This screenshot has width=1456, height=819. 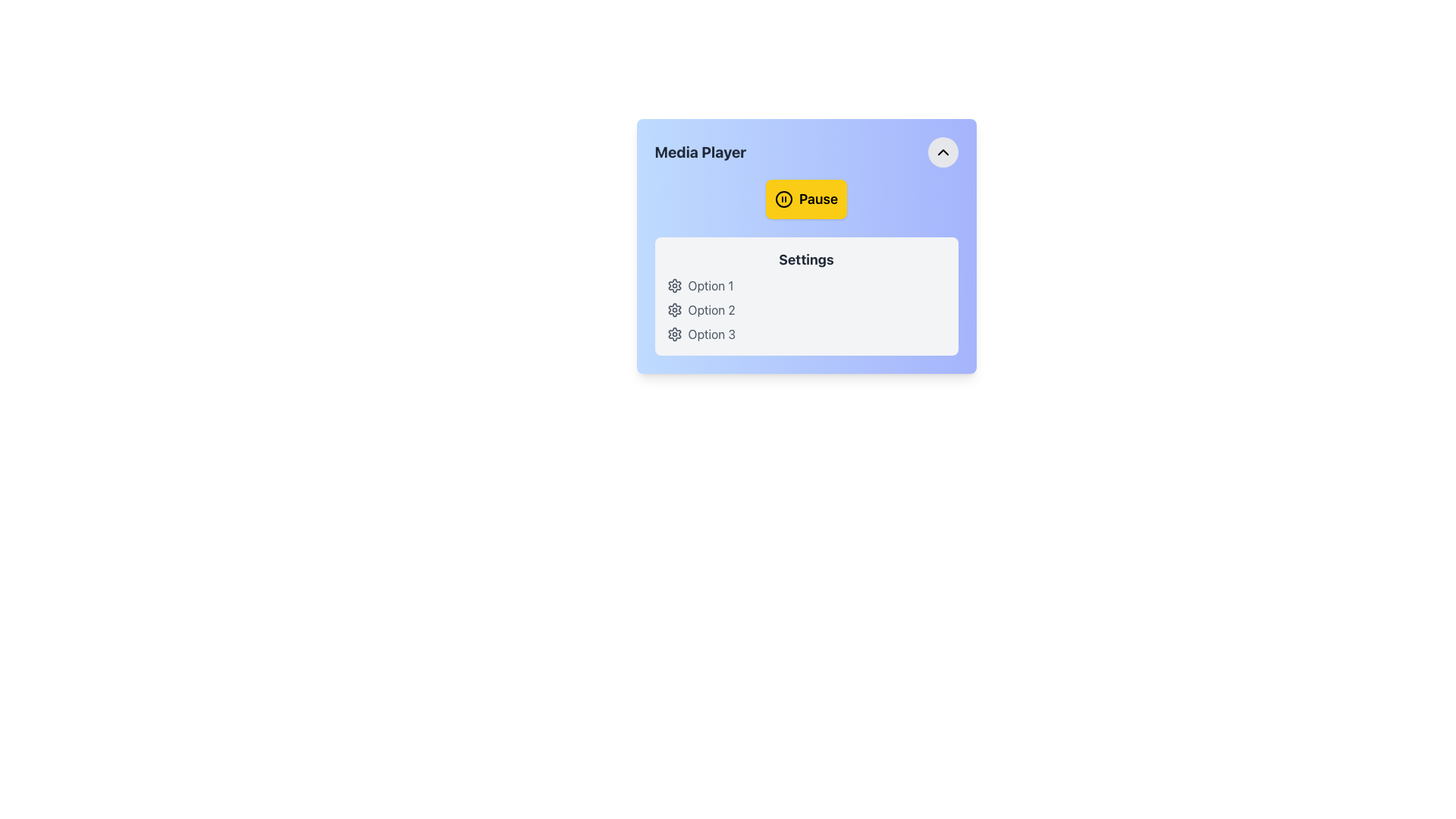 I want to click on text label indicating the pause action located on the right side of the pause button in the media player interface, so click(x=817, y=198).